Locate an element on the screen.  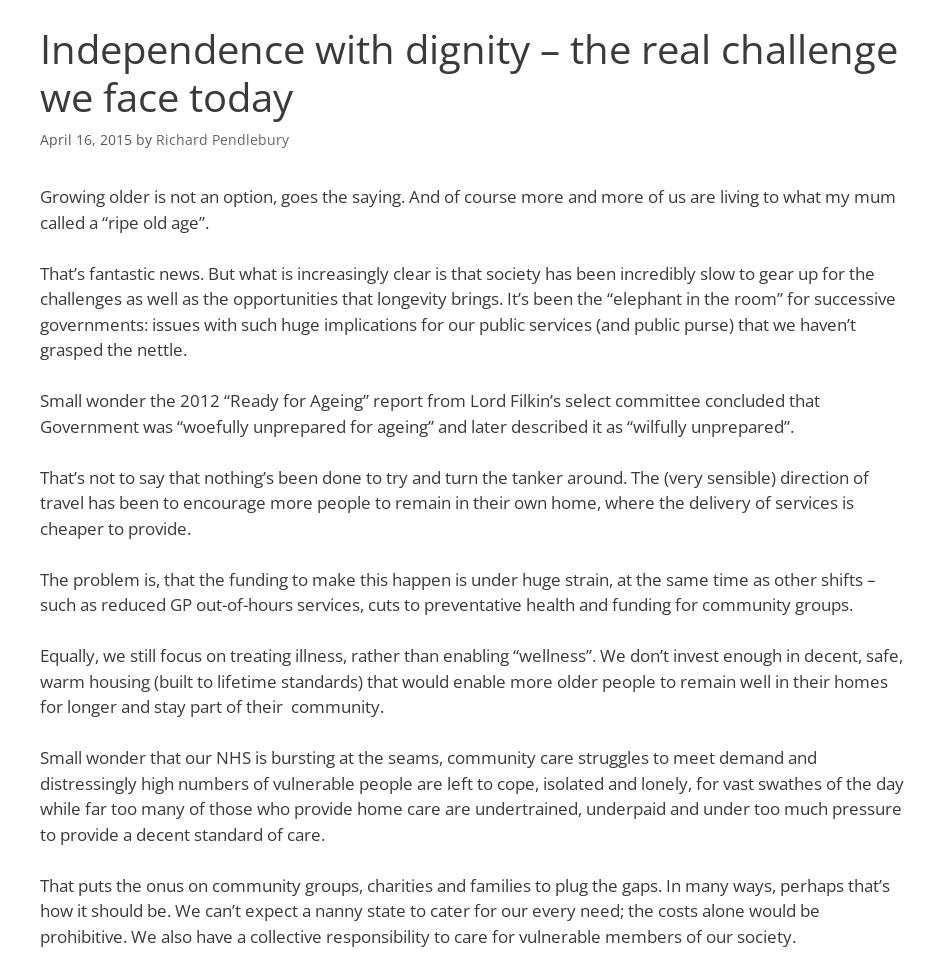
'Growing older is not an option, goes the saying. And of course more and more of us are living to what my mum called a “ripe old age”.' is located at coordinates (466, 208).